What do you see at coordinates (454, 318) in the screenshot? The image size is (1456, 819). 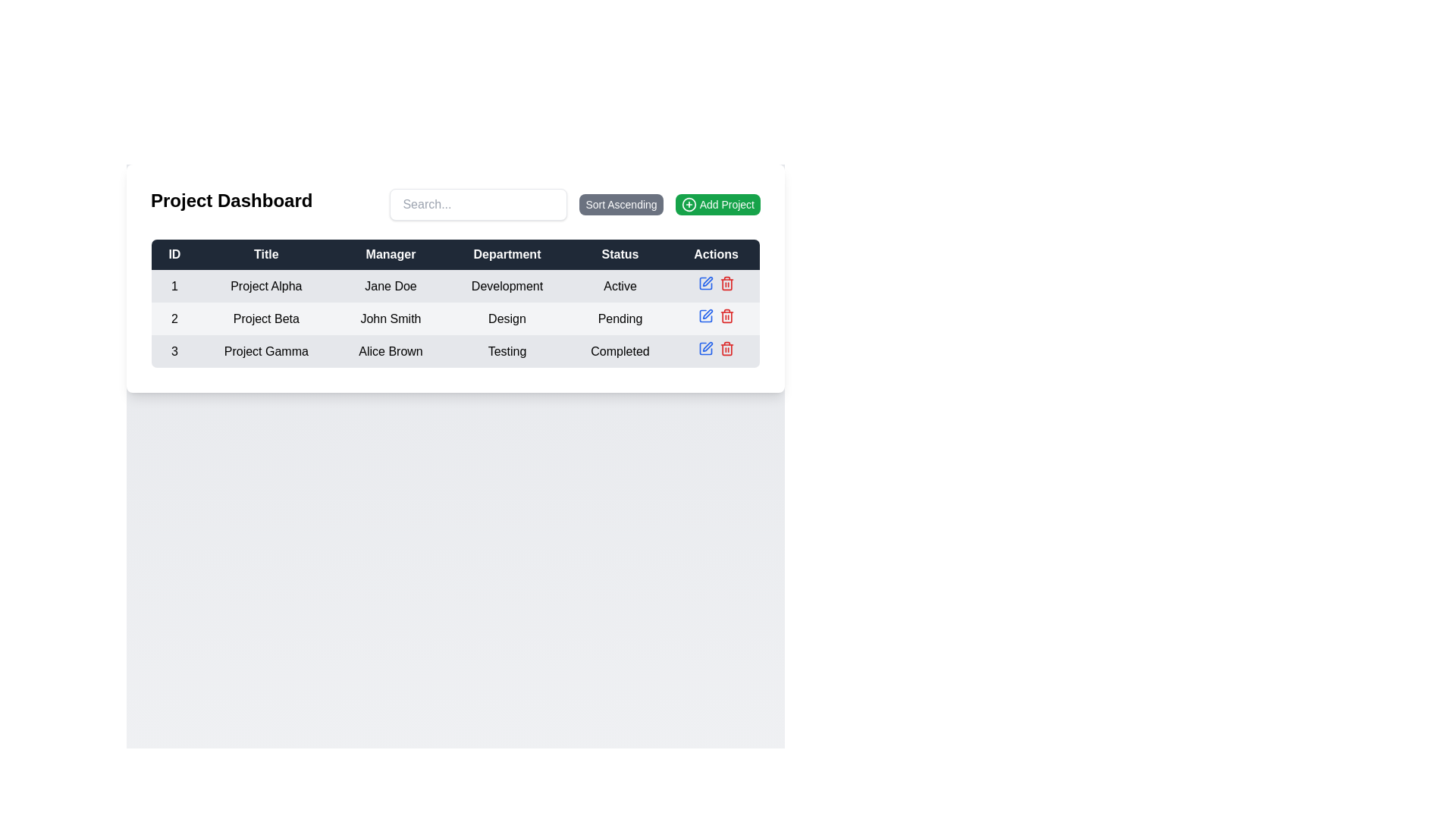 I see `the second row of the data table, which displays information including '2', 'Project Beta', 'John Smith', 'Design', and 'Pending'` at bounding box center [454, 318].